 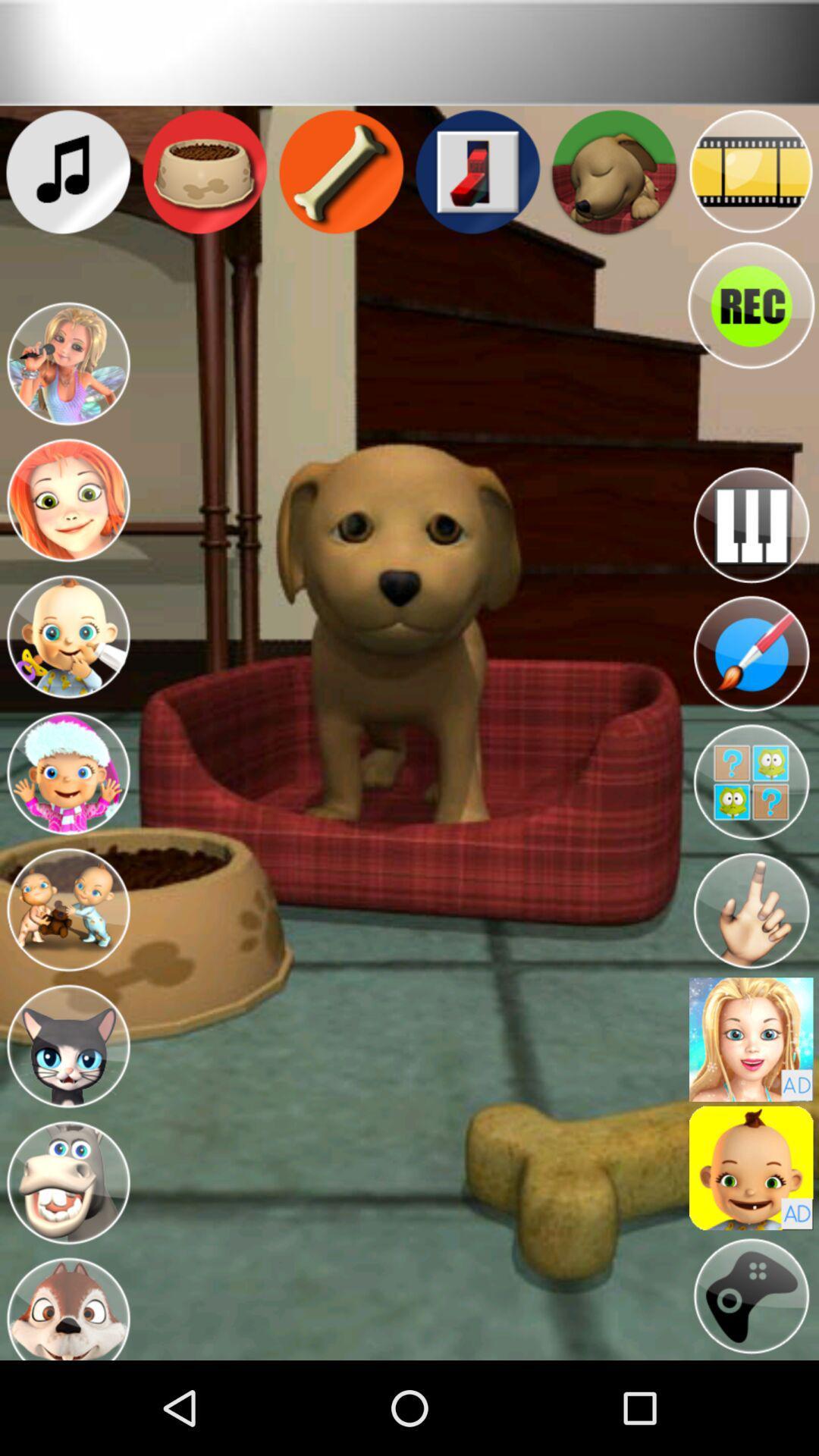 What do you see at coordinates (67, 389) in the screenshot?
I see `the avatar icon` at bounding box center [67, 389].